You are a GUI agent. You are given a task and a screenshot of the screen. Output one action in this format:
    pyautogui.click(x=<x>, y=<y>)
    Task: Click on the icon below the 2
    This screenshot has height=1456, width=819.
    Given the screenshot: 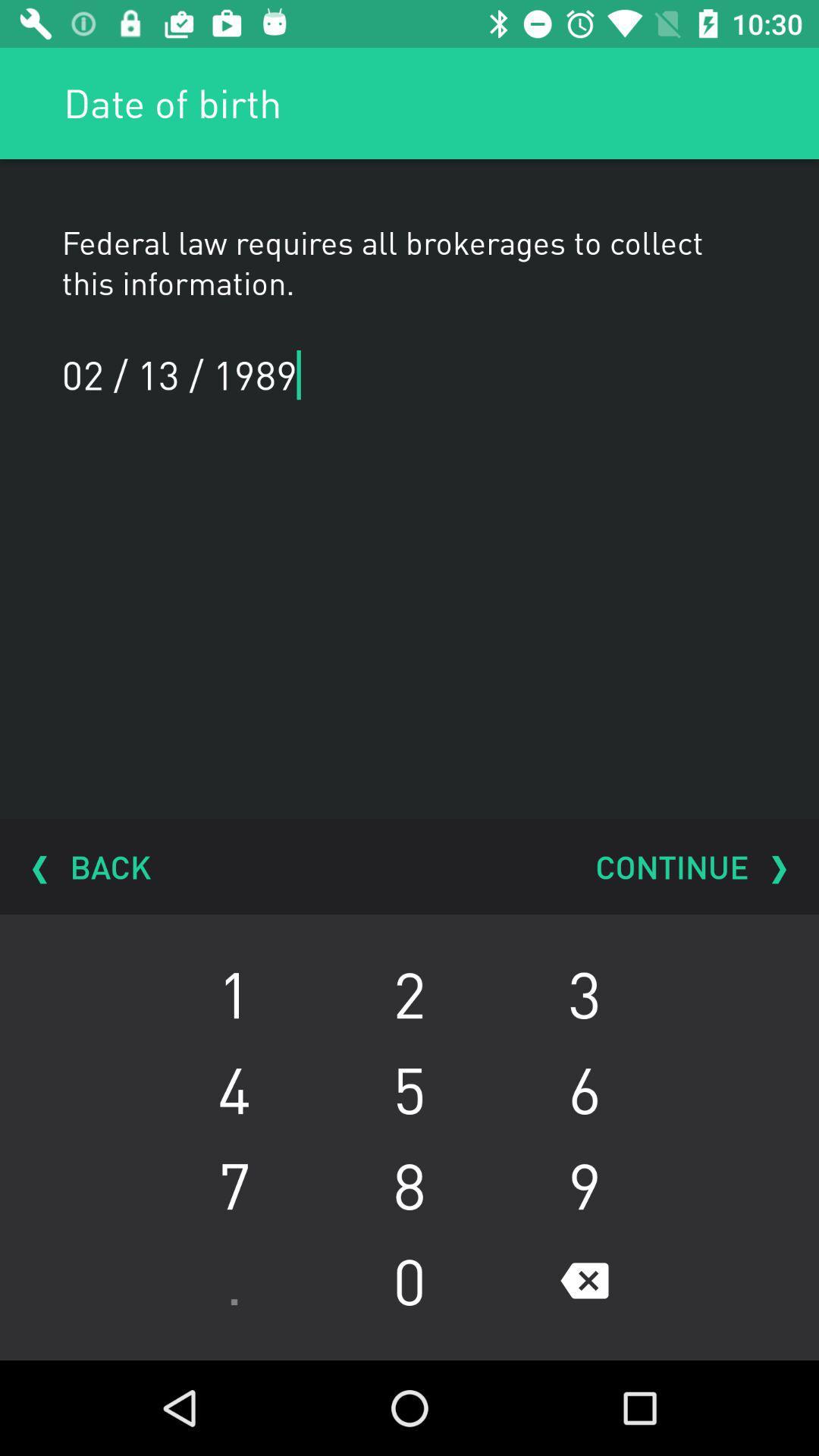 What is the action you would take?
    pyautogui.click(x=584, y=1088)
    